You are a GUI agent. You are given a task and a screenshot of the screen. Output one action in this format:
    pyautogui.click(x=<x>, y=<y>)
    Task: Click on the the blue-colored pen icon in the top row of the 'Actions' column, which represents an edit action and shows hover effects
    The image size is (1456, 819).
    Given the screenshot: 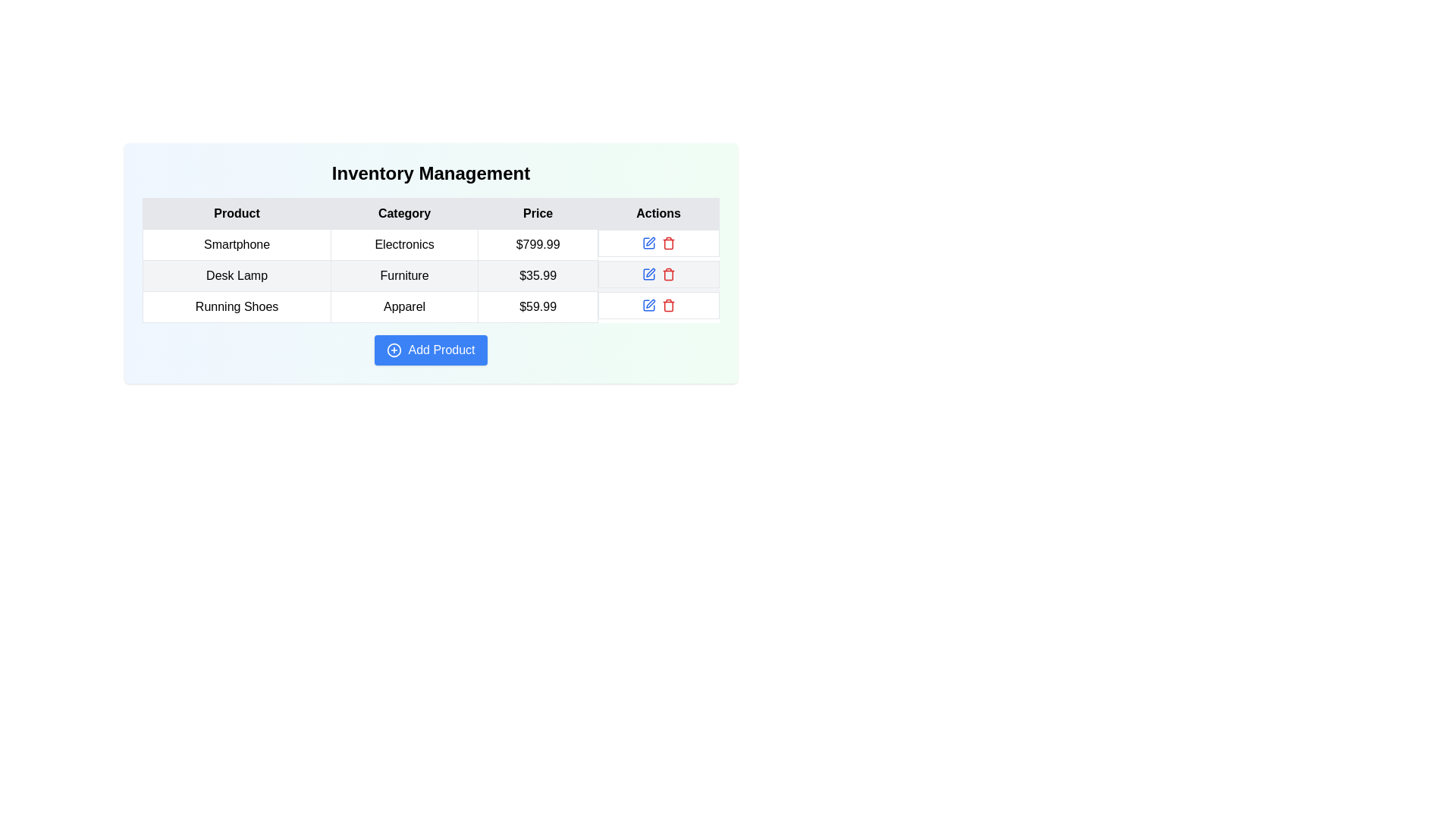 What is the action you would take?
    pyautogui.click(x=648, y=242)
    